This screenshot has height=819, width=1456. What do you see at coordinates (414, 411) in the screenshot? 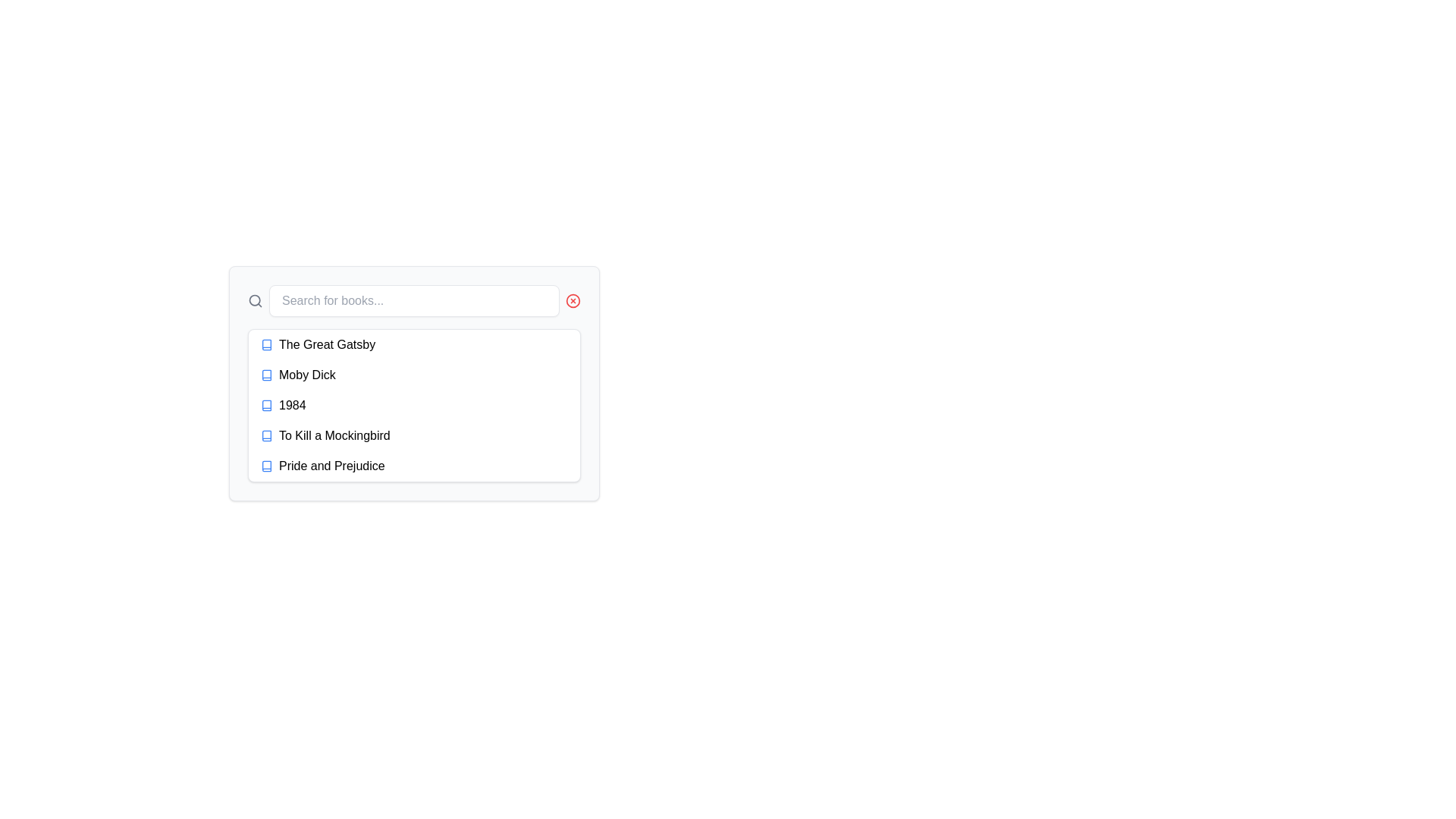
I see `the list item '1984' in the scrollable dropdown menu containing book titles, which is centrally located in the fixed panel` at bounding box center [414, 411].